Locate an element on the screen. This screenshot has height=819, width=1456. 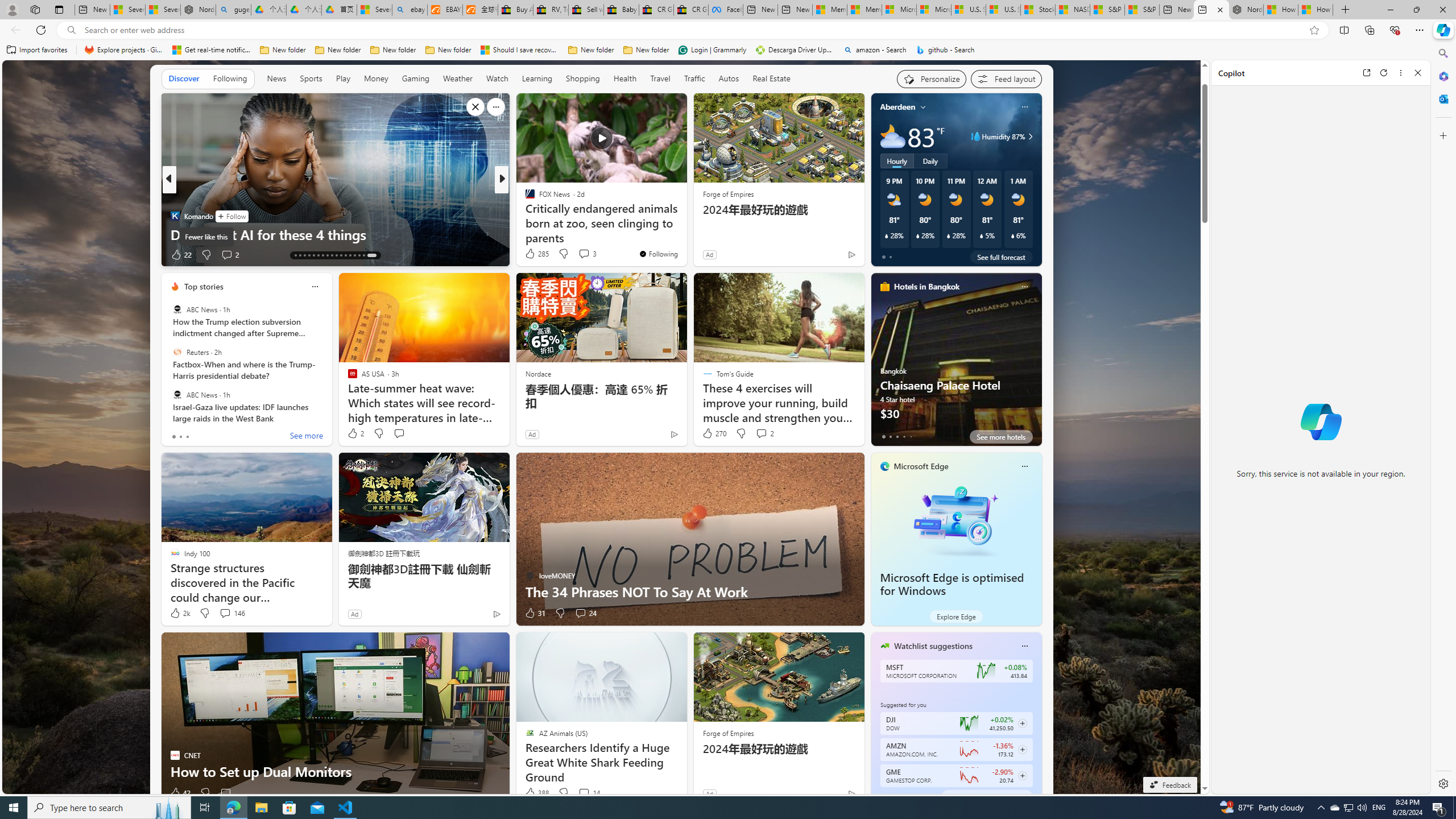
'Weather' is located at coordinates (457, 78).